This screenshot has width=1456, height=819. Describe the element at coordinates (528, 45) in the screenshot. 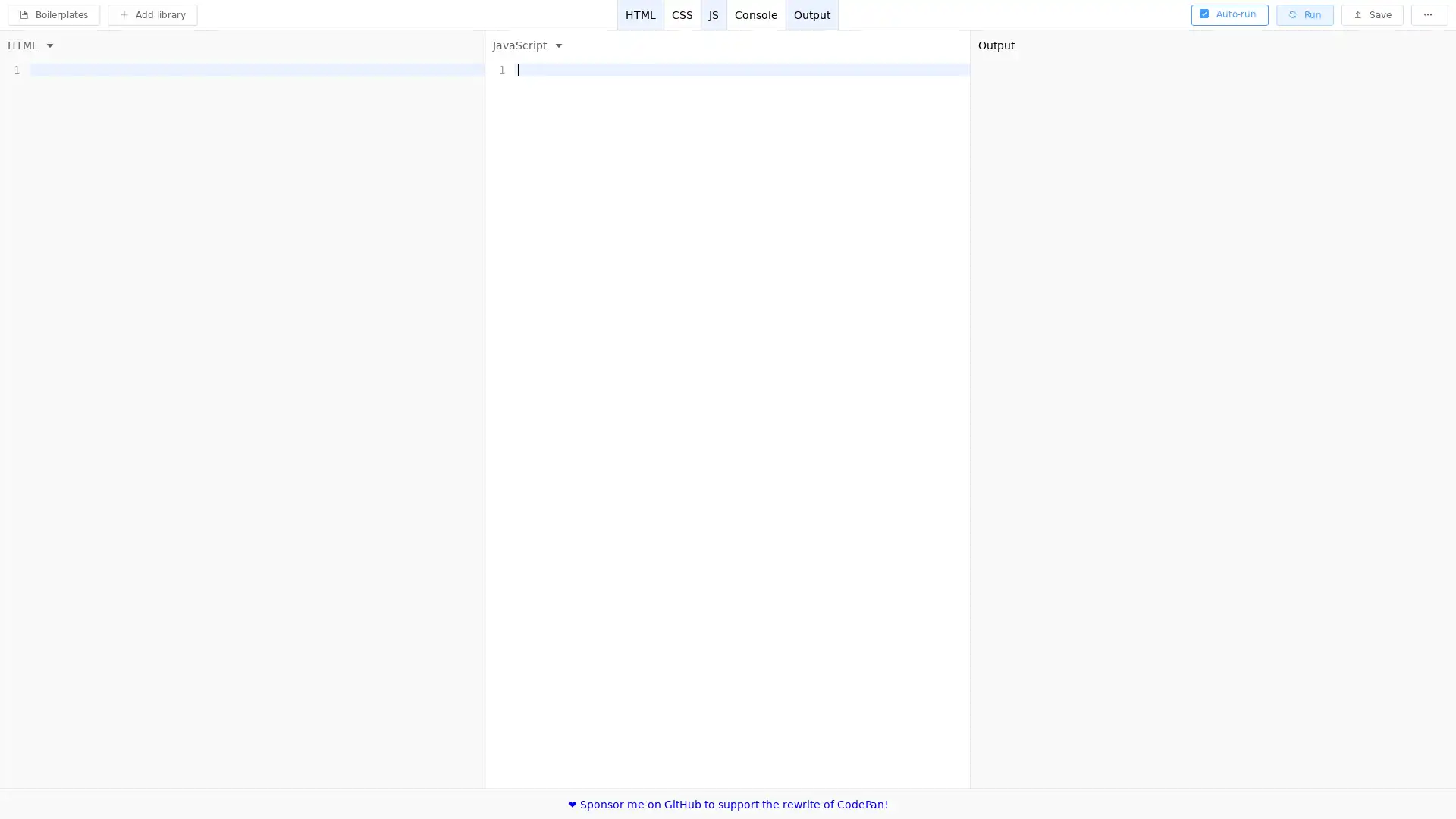

I see `JavaScript` at that location.